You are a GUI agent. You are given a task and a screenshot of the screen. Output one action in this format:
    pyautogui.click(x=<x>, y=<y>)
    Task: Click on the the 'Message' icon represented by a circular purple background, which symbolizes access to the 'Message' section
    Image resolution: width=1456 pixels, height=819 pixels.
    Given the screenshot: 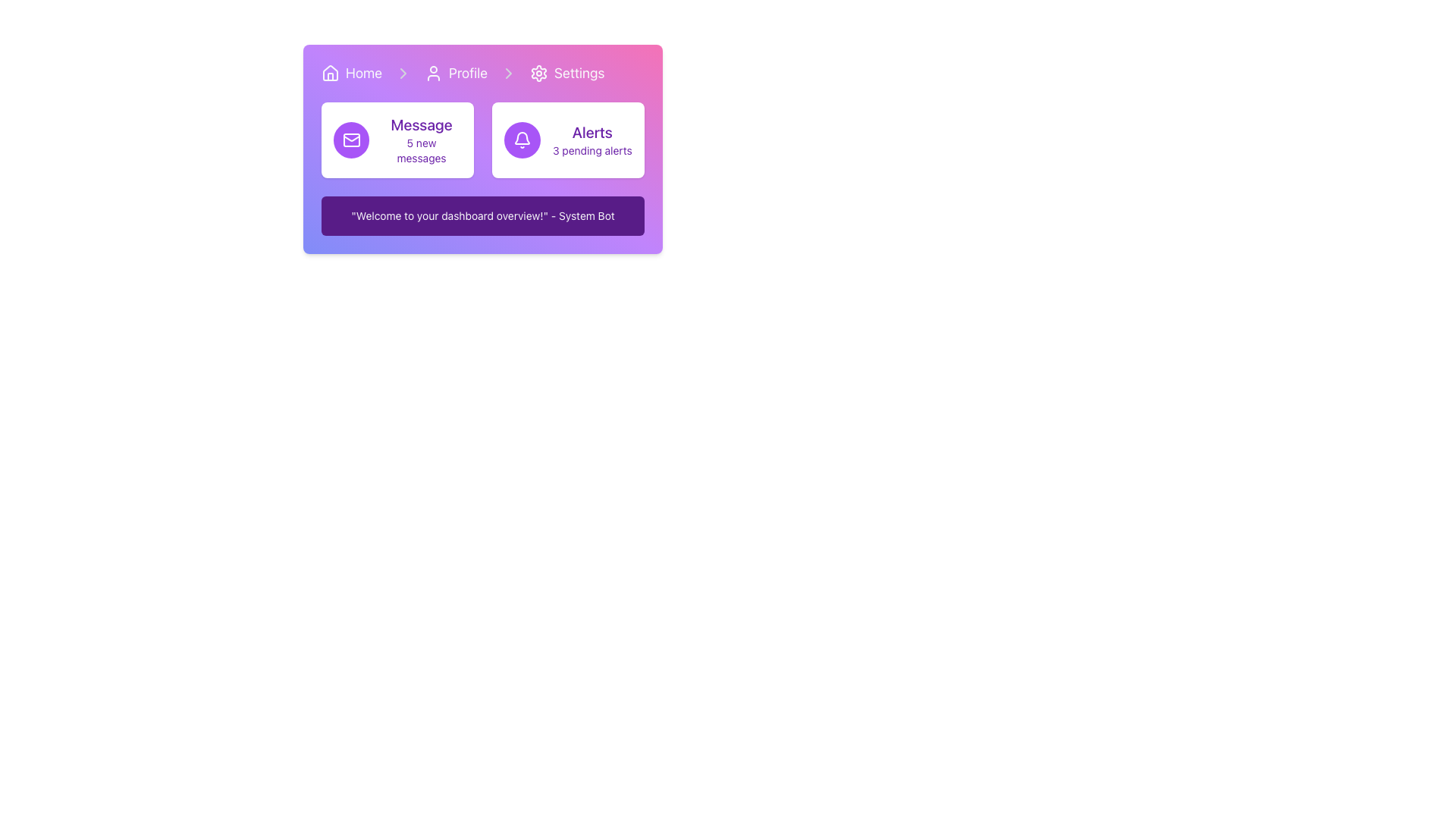 What is the action you would take?
    pyautogui.click(x=350, y=140)
    